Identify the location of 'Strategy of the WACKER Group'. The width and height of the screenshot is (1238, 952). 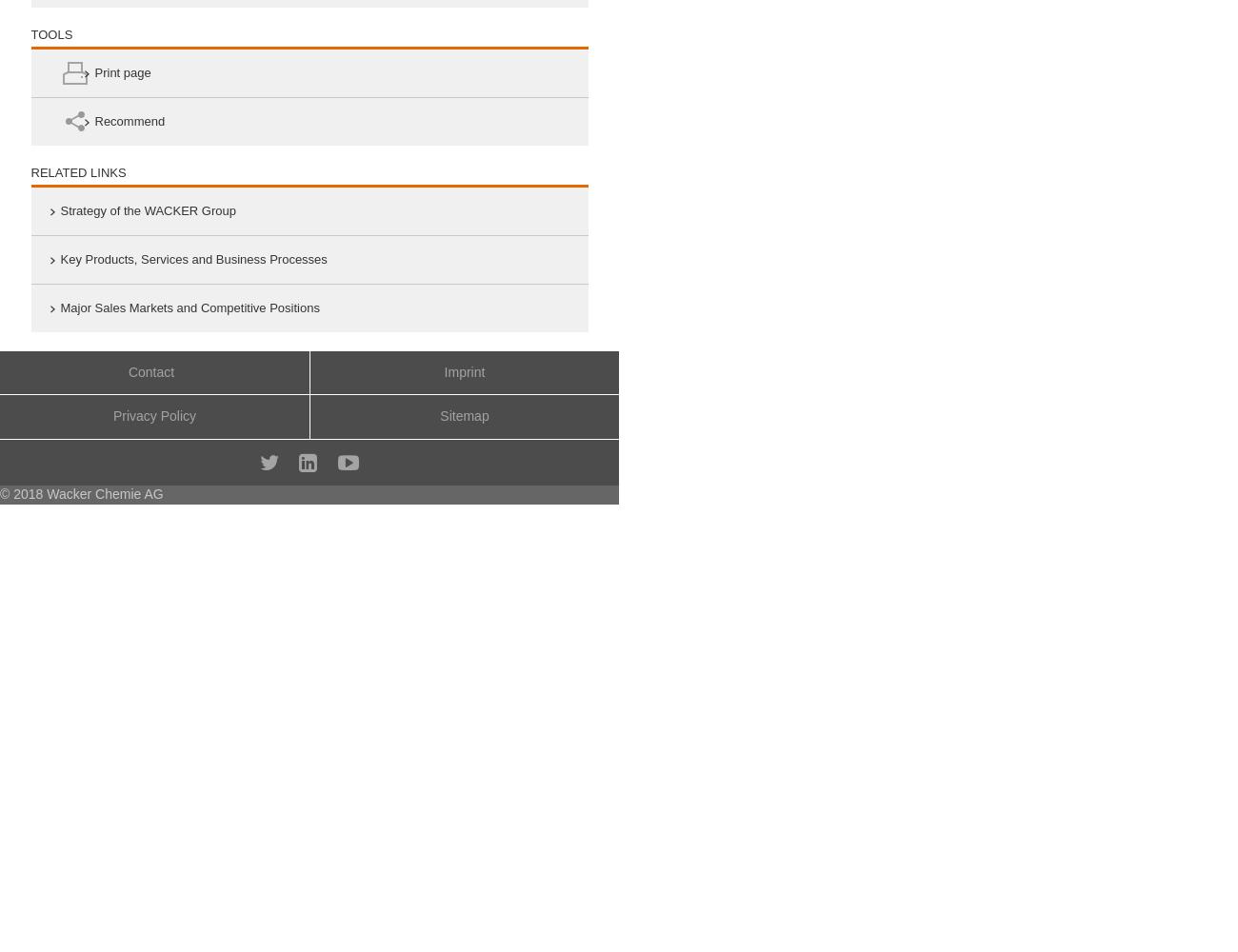
(146, 208).